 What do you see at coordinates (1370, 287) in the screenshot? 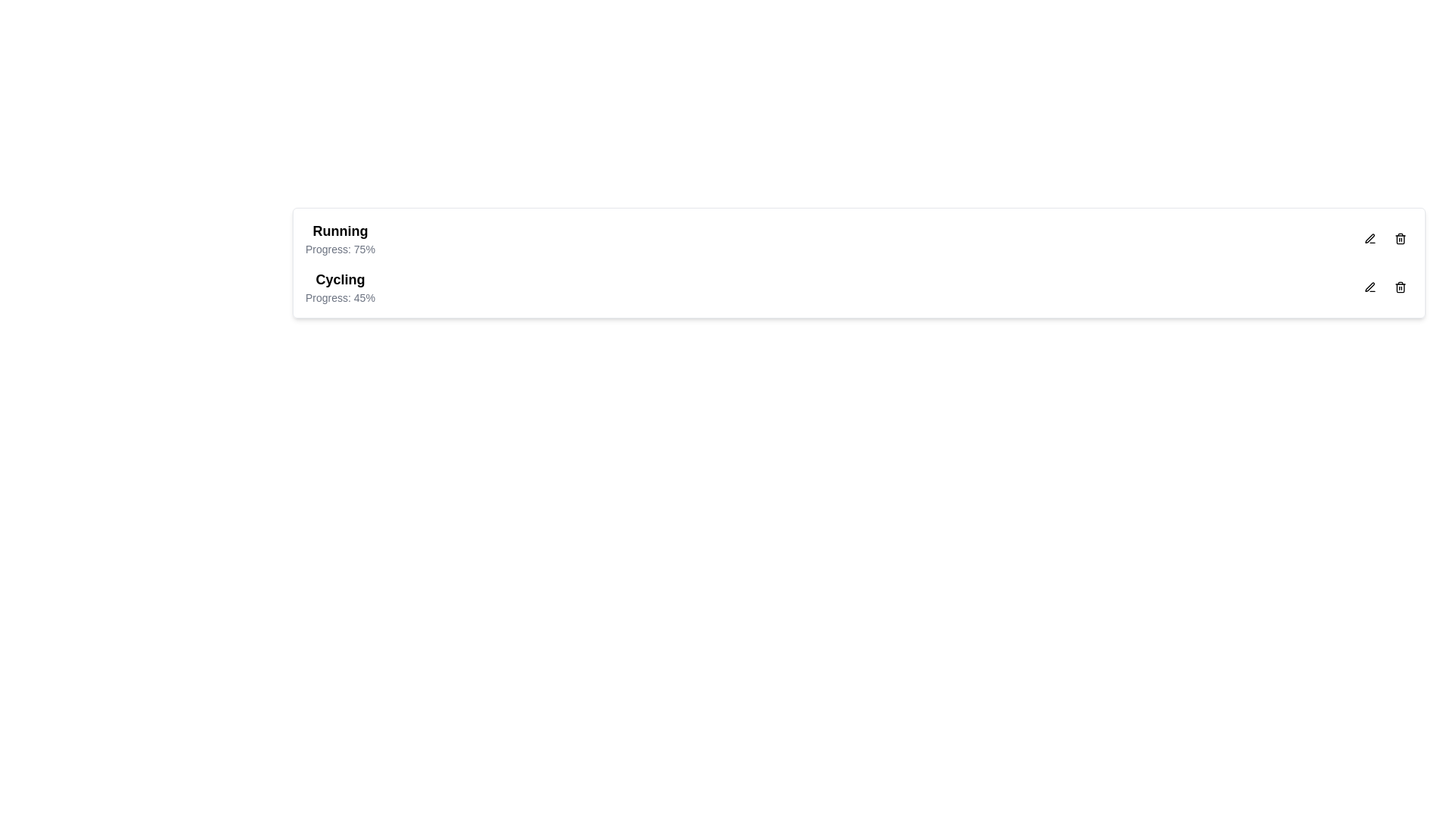
I see `the small circular button with a pen or edit icon inside, located on the rightmost side of the 'Cycling' section` at bounding box center [1370, 287].